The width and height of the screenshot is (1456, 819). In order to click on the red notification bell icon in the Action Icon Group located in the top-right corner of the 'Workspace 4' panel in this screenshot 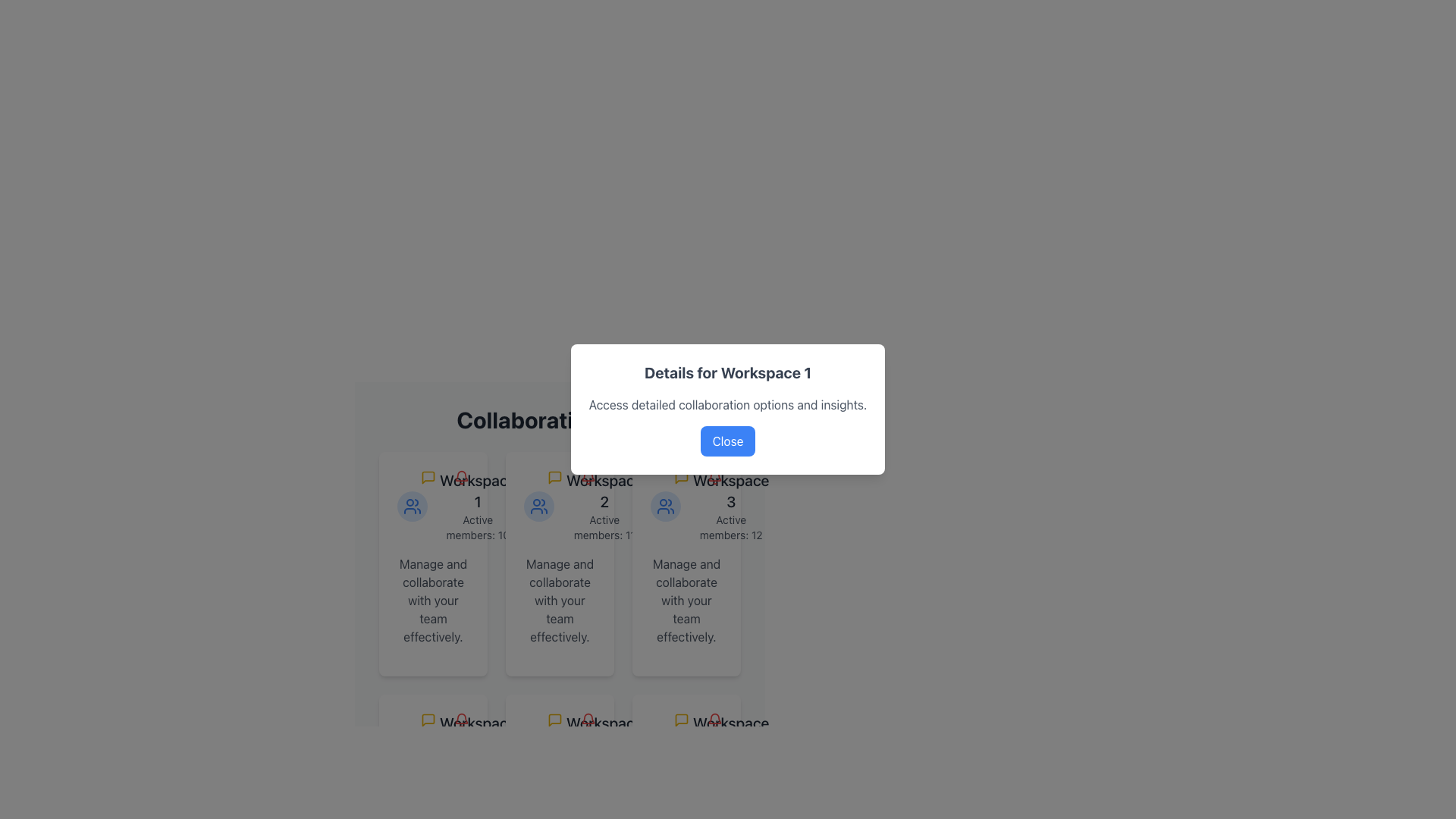, I will do `click(444, 719)`.